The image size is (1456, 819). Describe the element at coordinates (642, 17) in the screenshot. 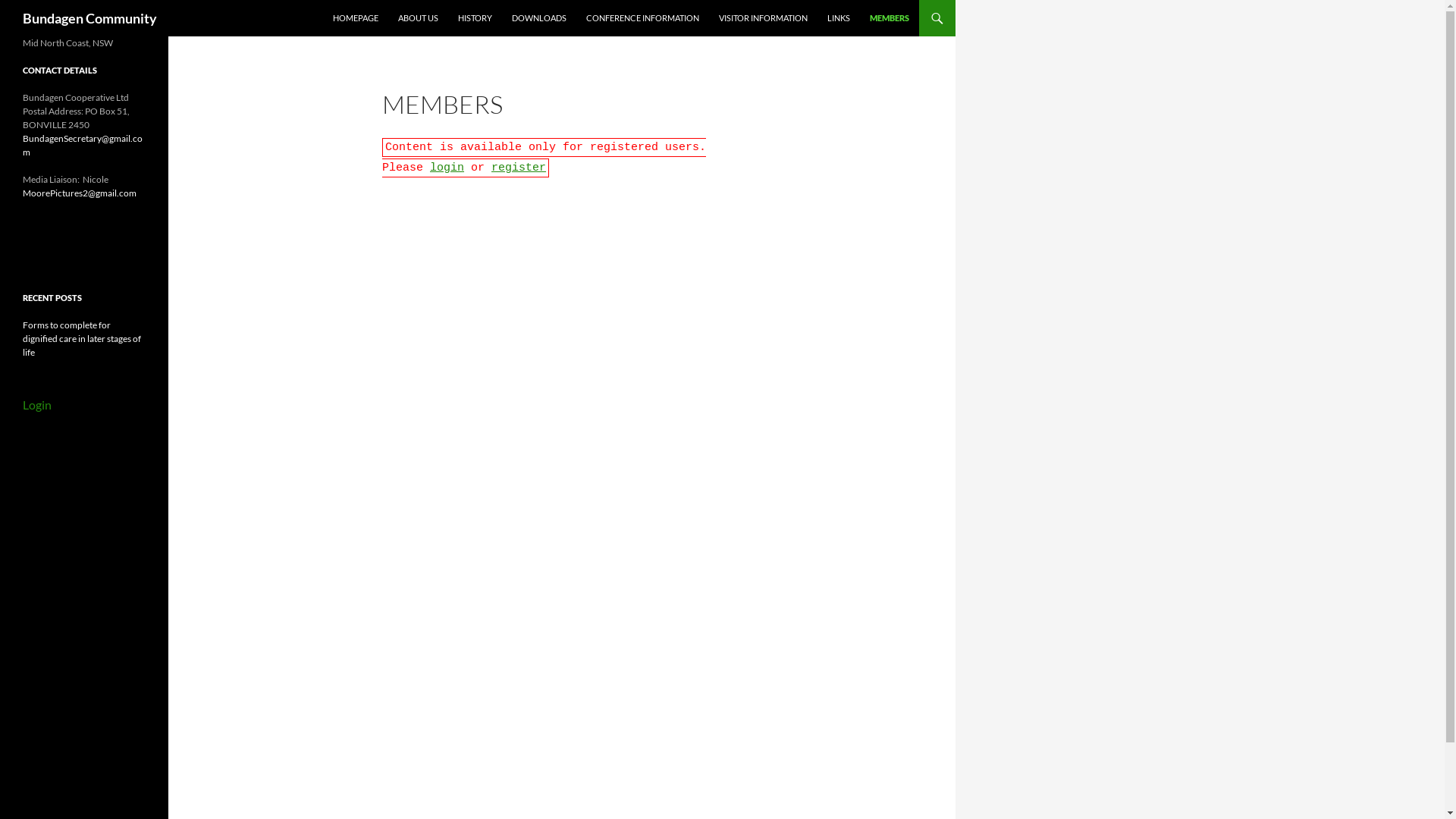

I see `'CONFERENCE INFORMATION'` at that location.